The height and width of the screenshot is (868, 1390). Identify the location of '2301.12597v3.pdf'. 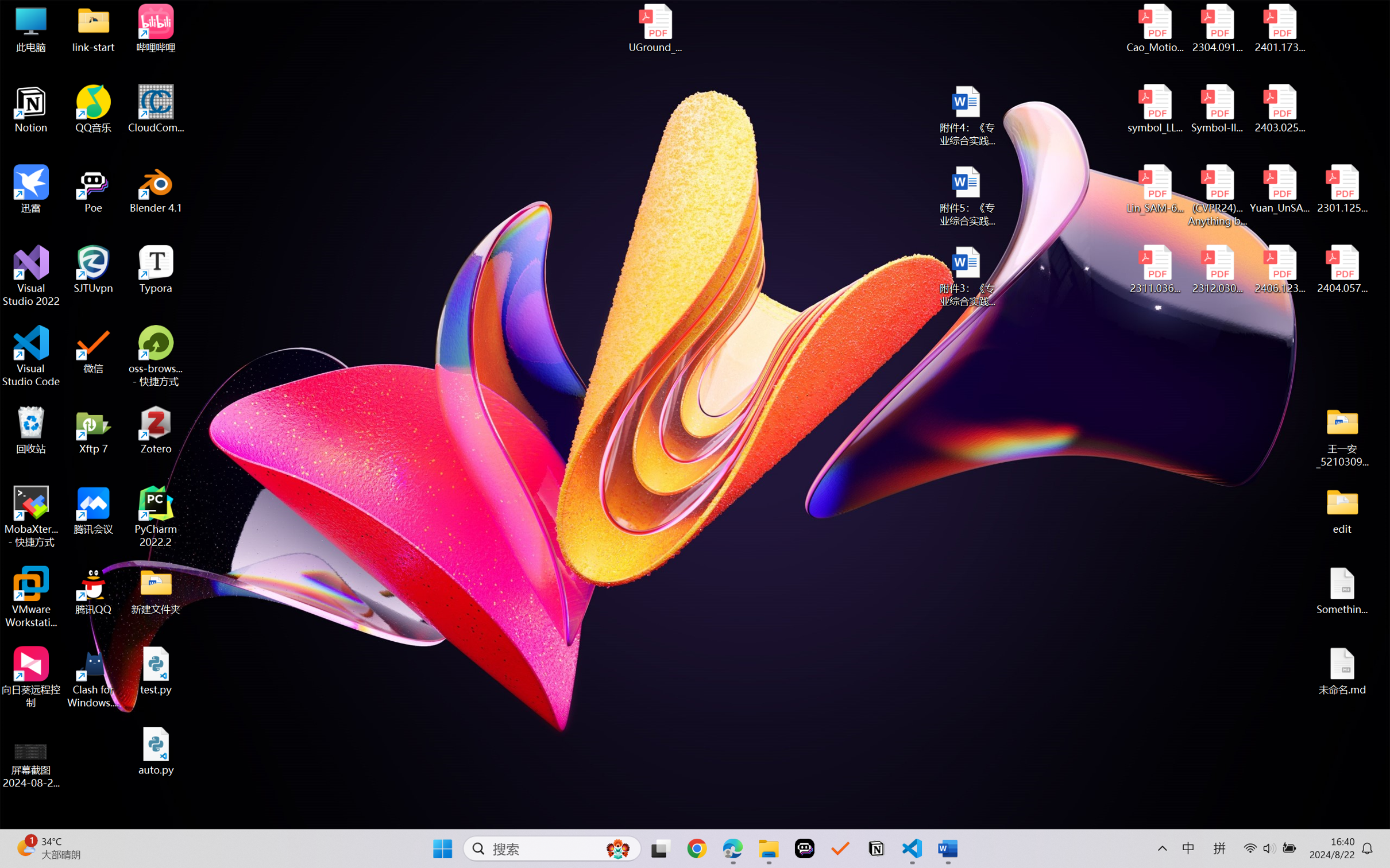
(1341, 188).